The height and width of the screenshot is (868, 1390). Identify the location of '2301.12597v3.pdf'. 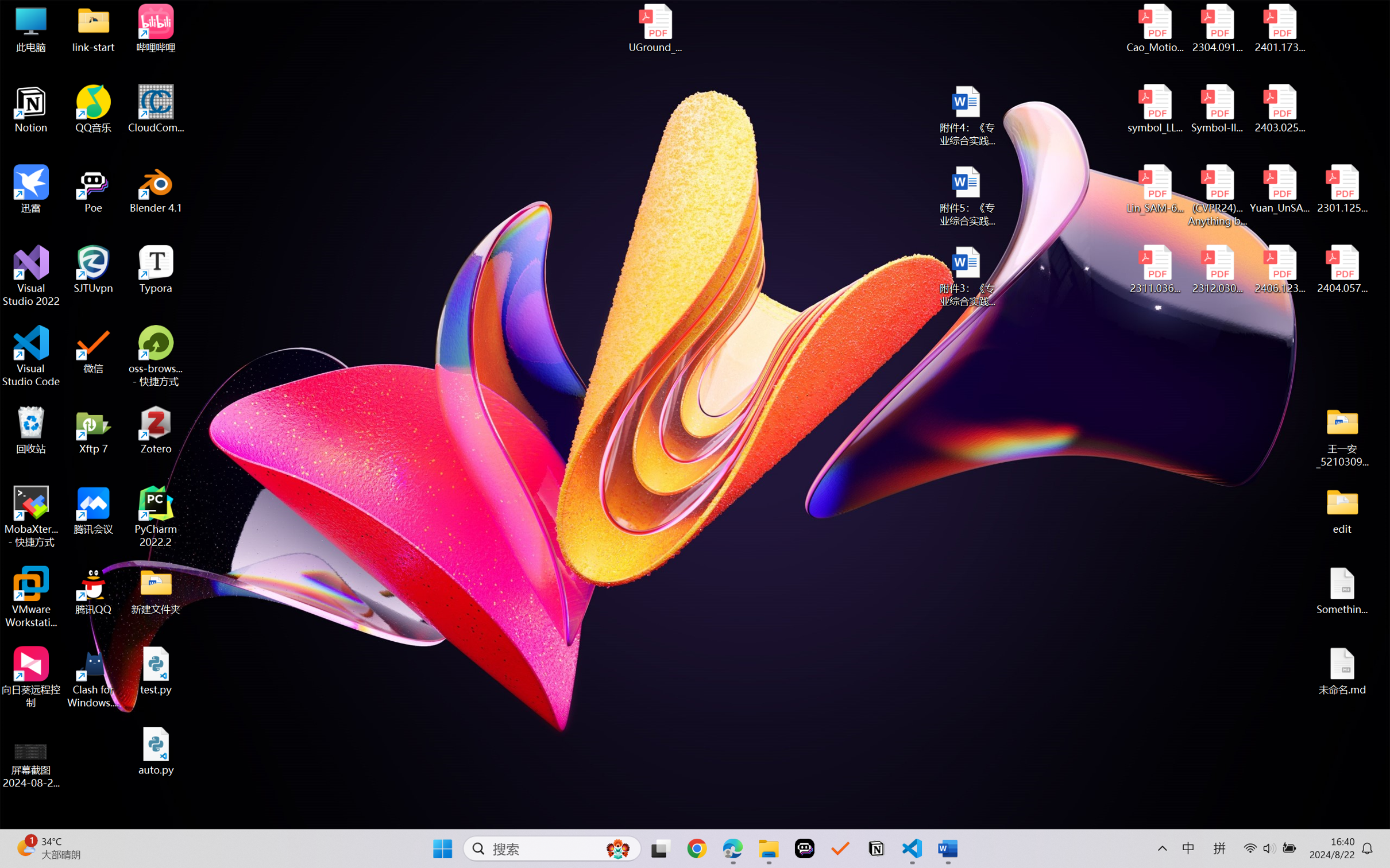
(1341, 188).